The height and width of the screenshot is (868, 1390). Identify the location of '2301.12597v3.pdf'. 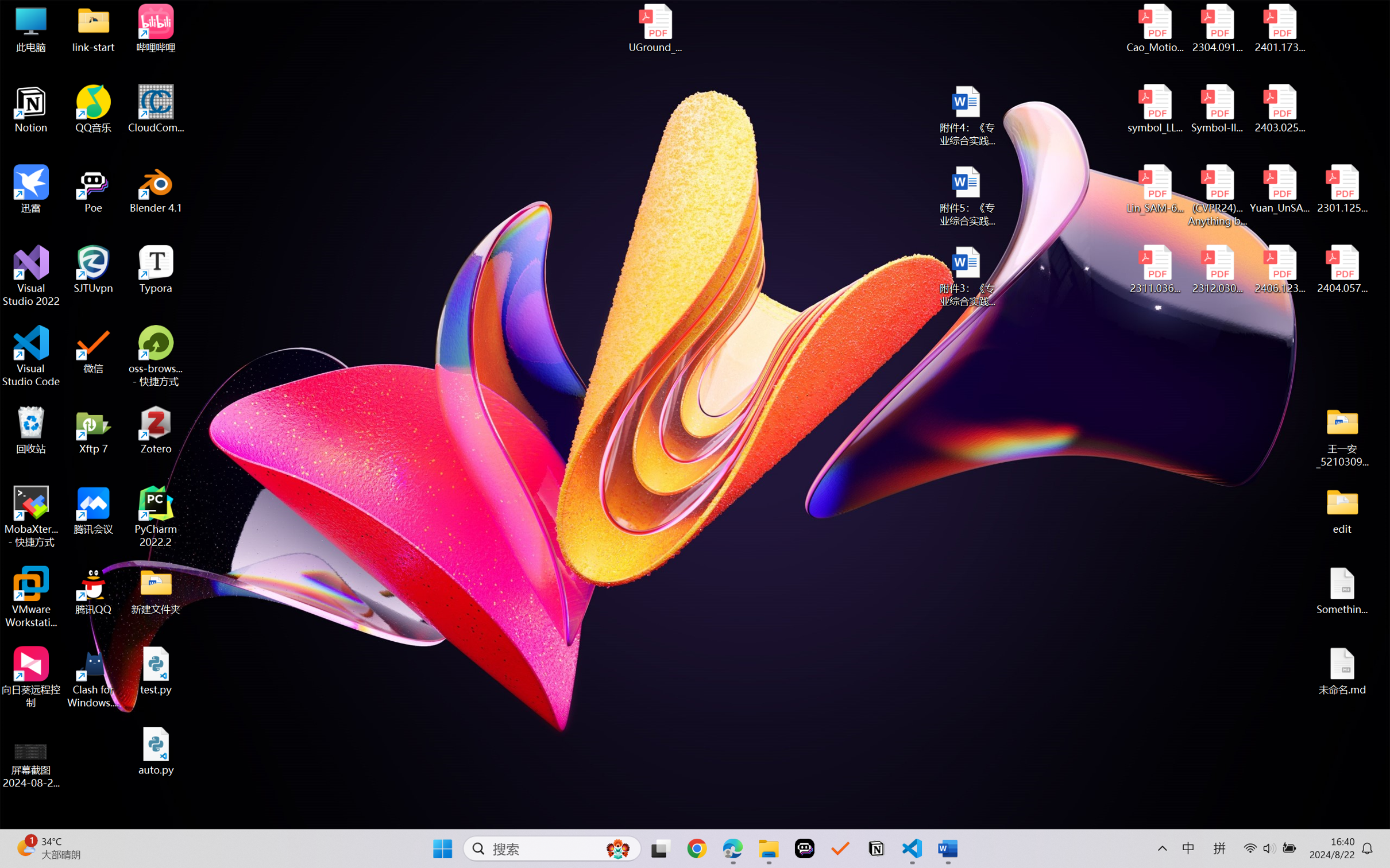
(1341, 188).